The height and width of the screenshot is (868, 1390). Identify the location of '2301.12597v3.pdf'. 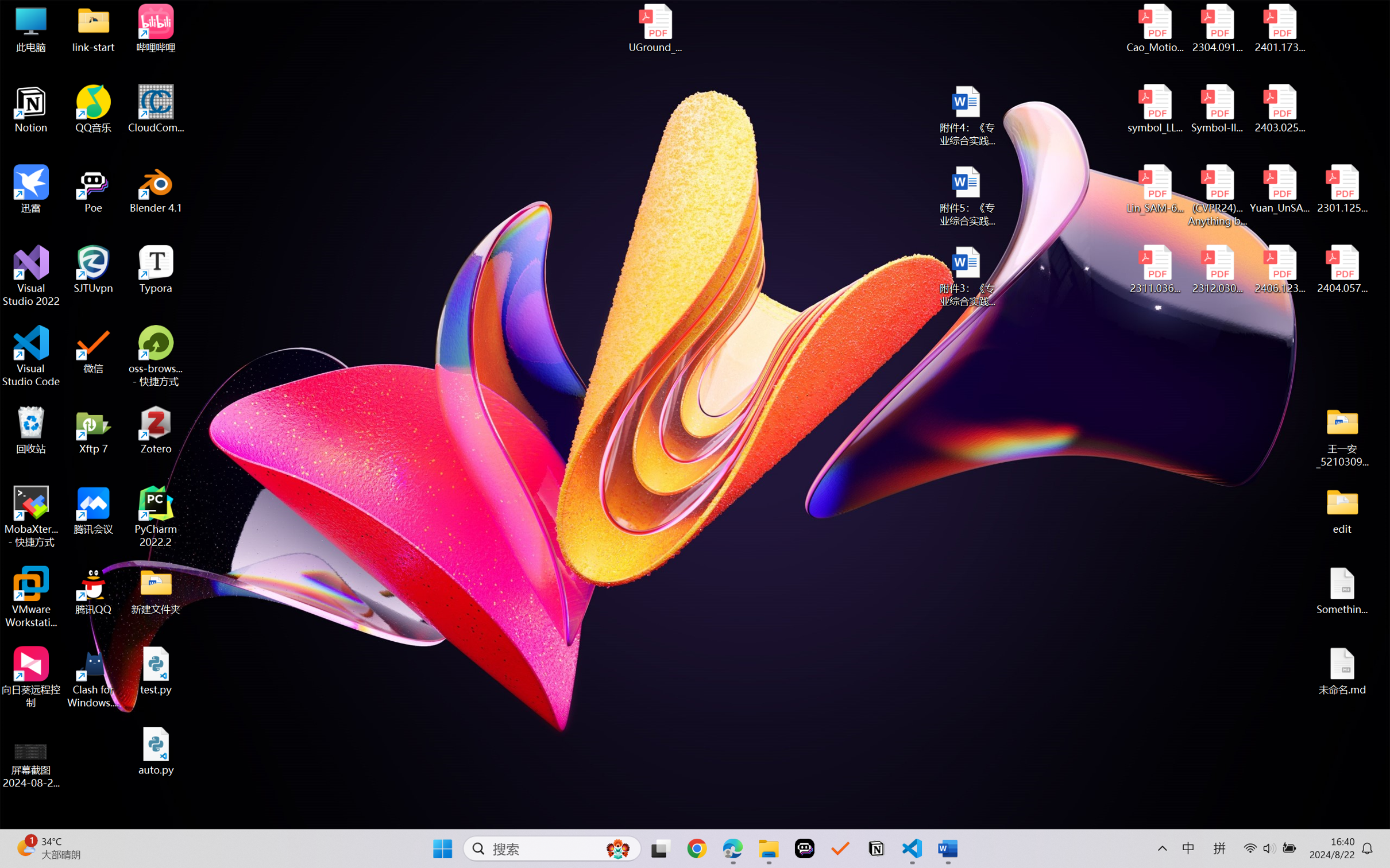
(1341, 188).